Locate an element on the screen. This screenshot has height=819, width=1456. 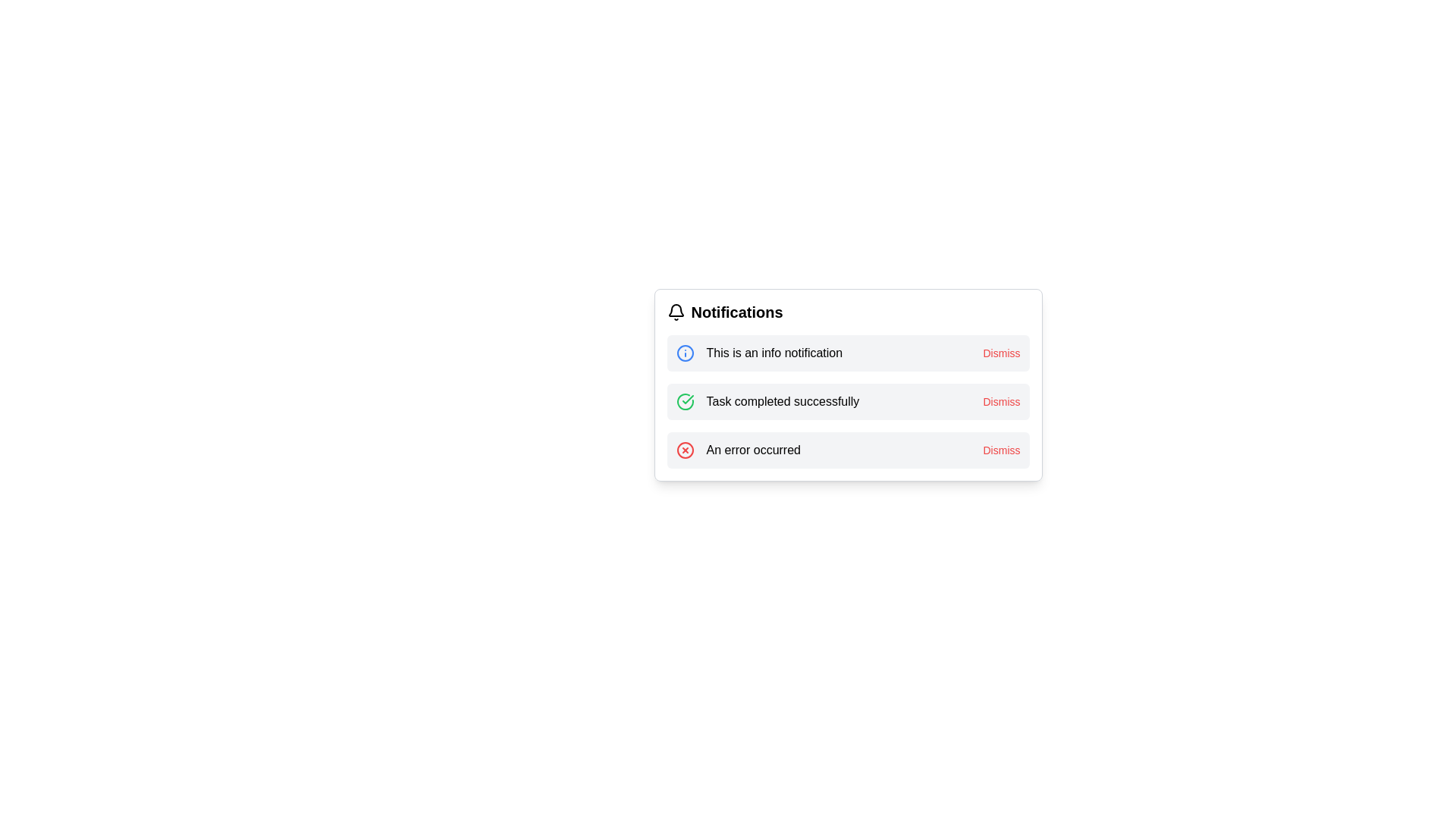
the notification that reads 'Task completed successfully' is located at coordinates (847, 400).